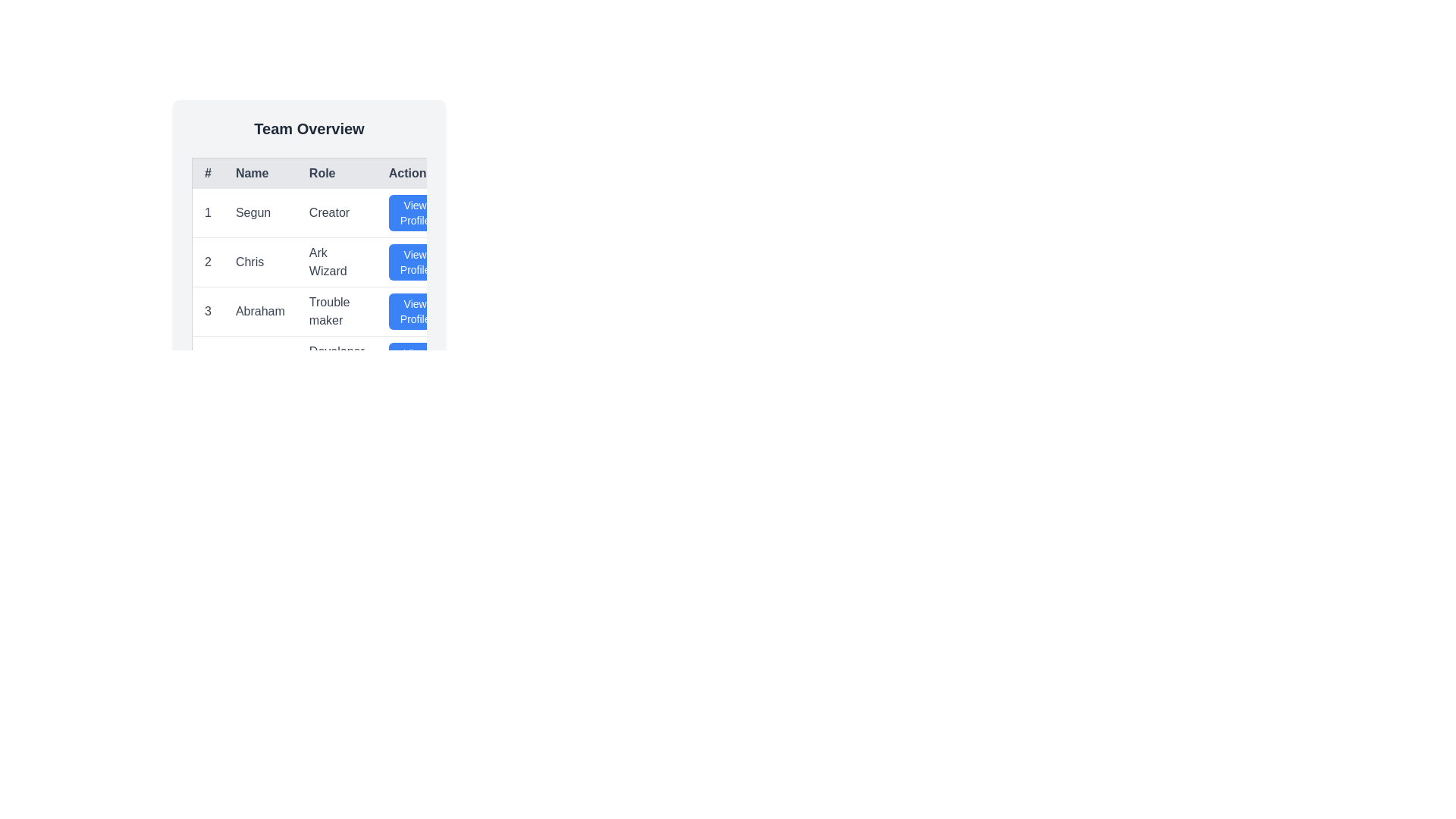  What do you see at coordinates (207, 311) in the screenshot?
I see `the numeric text label displaying the number '3', which is located in the first column of the third row of the table under the '#' header` at bounding box center [207, 311].